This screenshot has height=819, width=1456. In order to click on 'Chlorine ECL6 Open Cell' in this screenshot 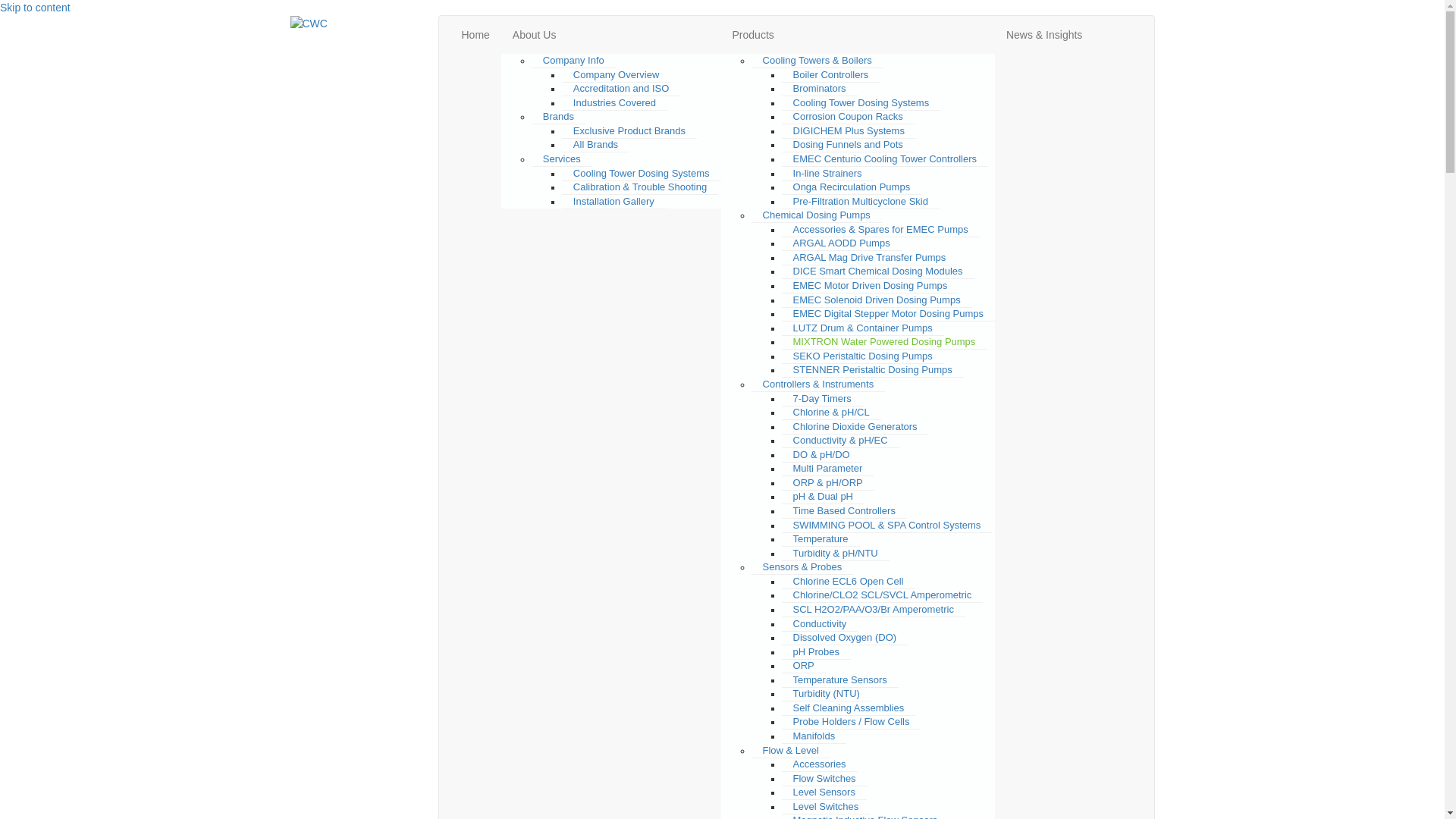, I will do `click(847, 581)`.